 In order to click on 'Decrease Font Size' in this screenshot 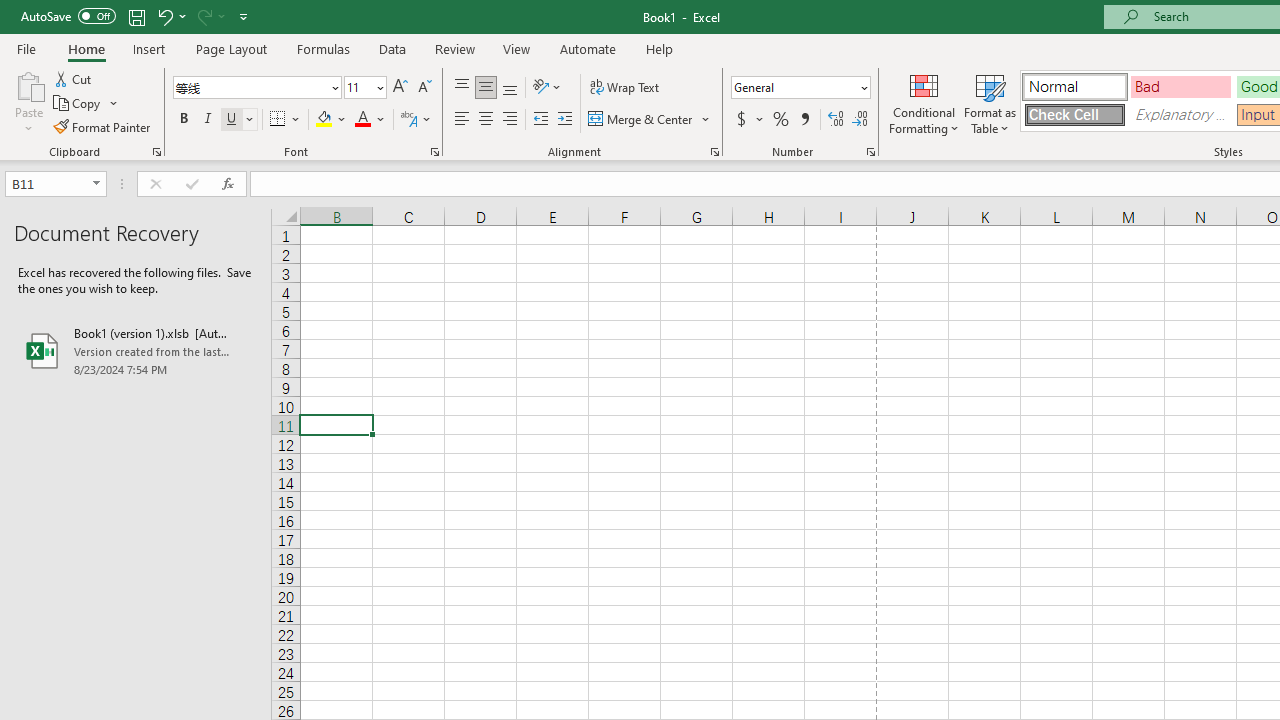, I will do `click(423, 86)`.